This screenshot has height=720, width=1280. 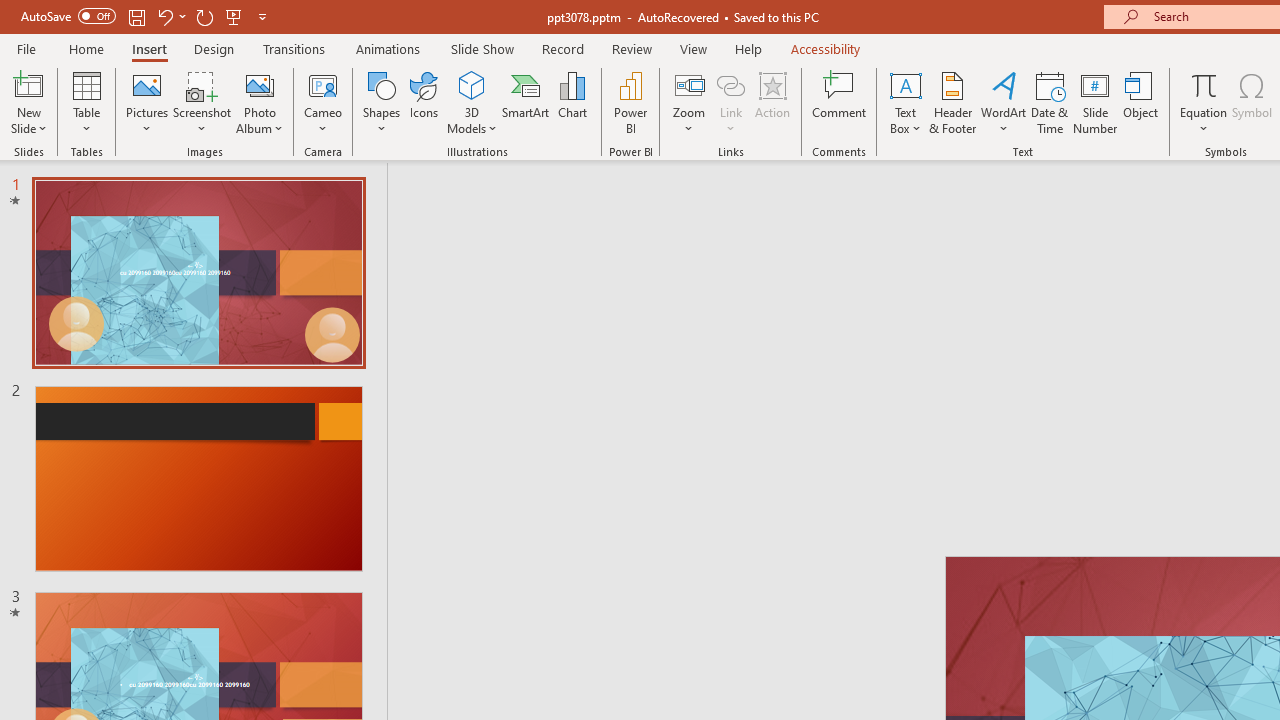 I want to click on 'Date & Time...', so click(x=1049, y=103).